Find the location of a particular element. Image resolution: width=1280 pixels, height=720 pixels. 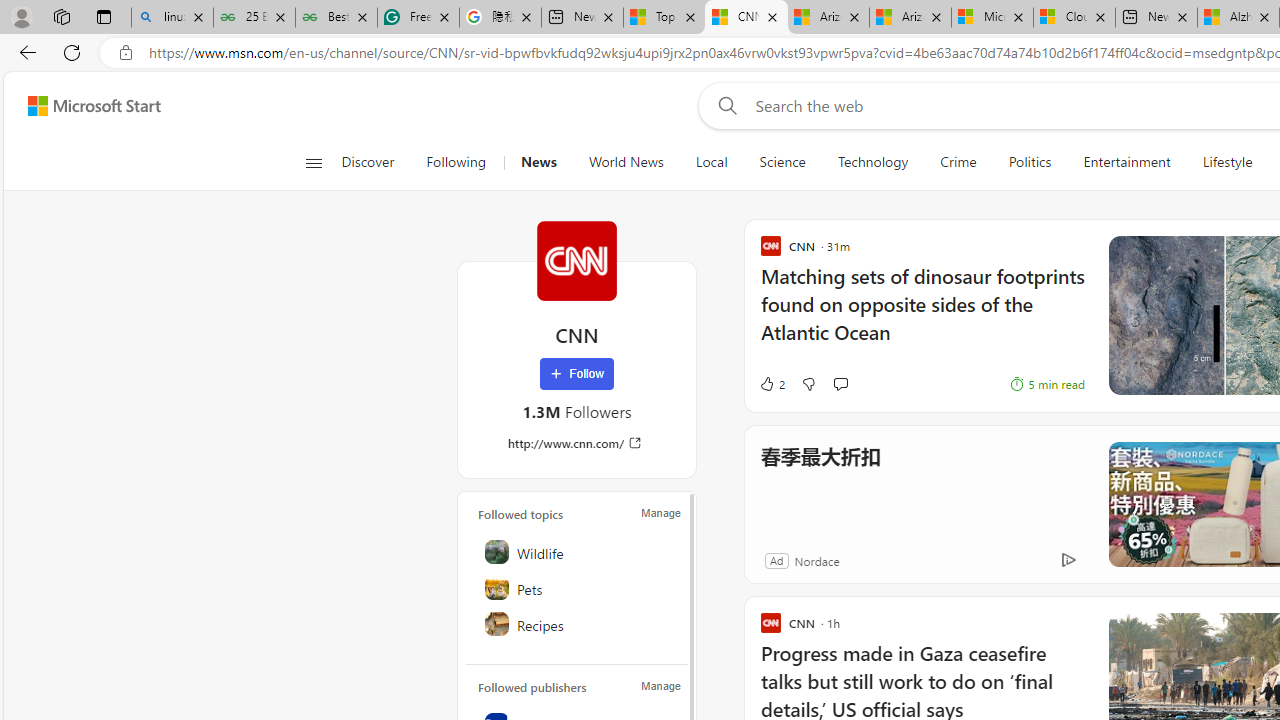

'http://www.cnn.com/' is located at coordinates (575, 442).